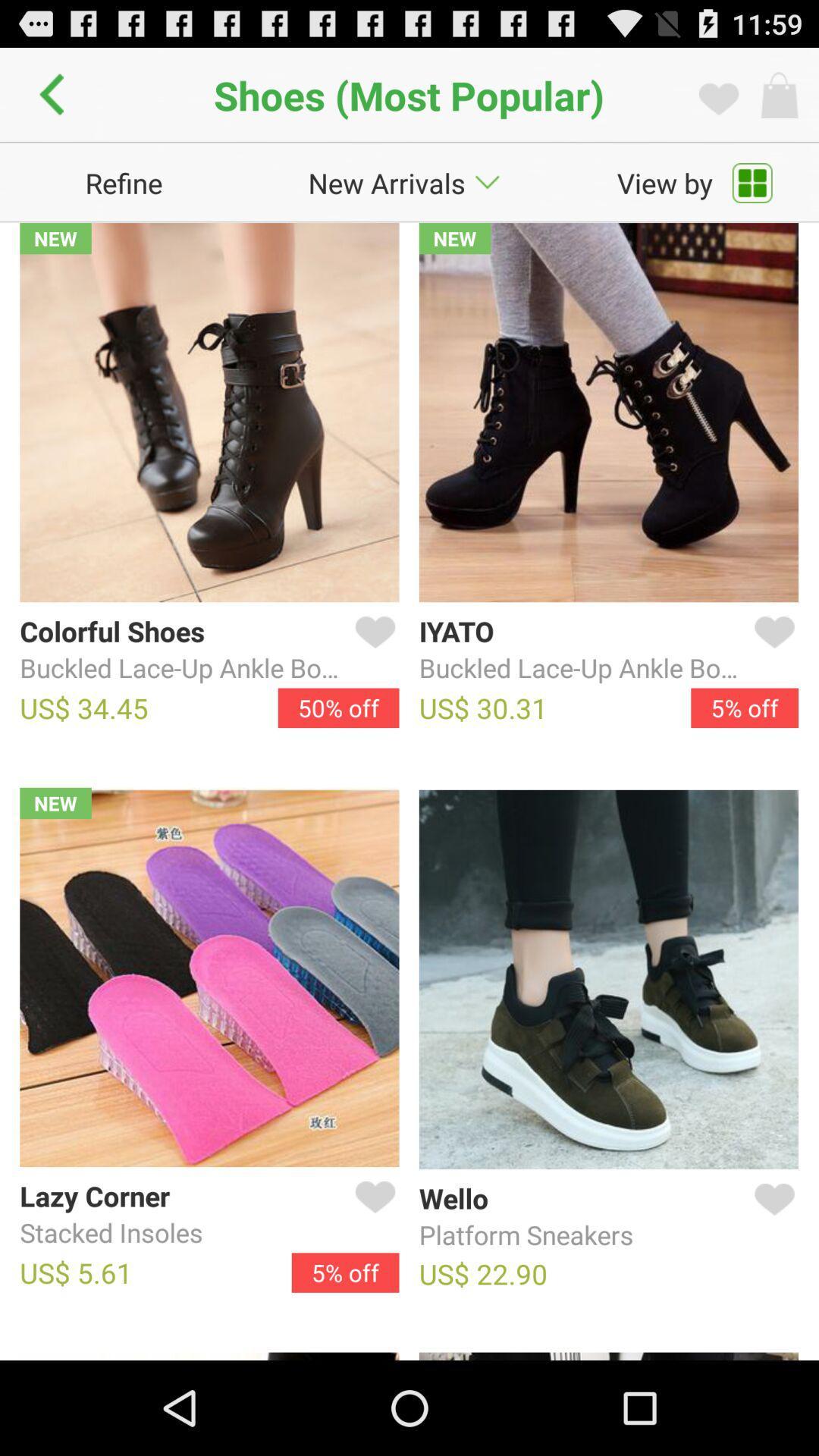 The width and height of the screenshot is (819, 1456). I want to click on button to favorite or bookmark a product, so click(372, 1215).